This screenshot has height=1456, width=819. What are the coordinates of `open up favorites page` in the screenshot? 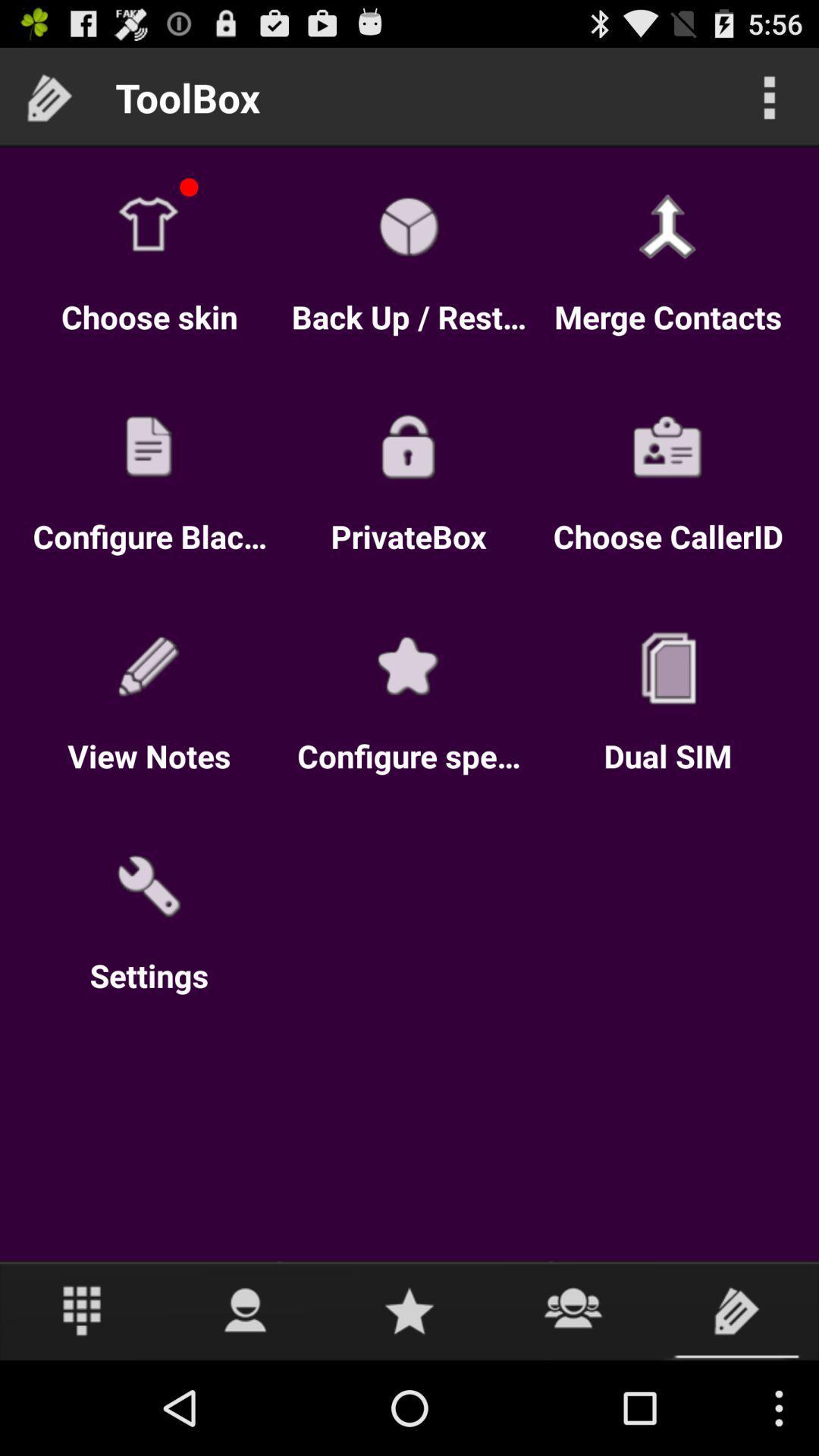 It's located at (409, 1310).